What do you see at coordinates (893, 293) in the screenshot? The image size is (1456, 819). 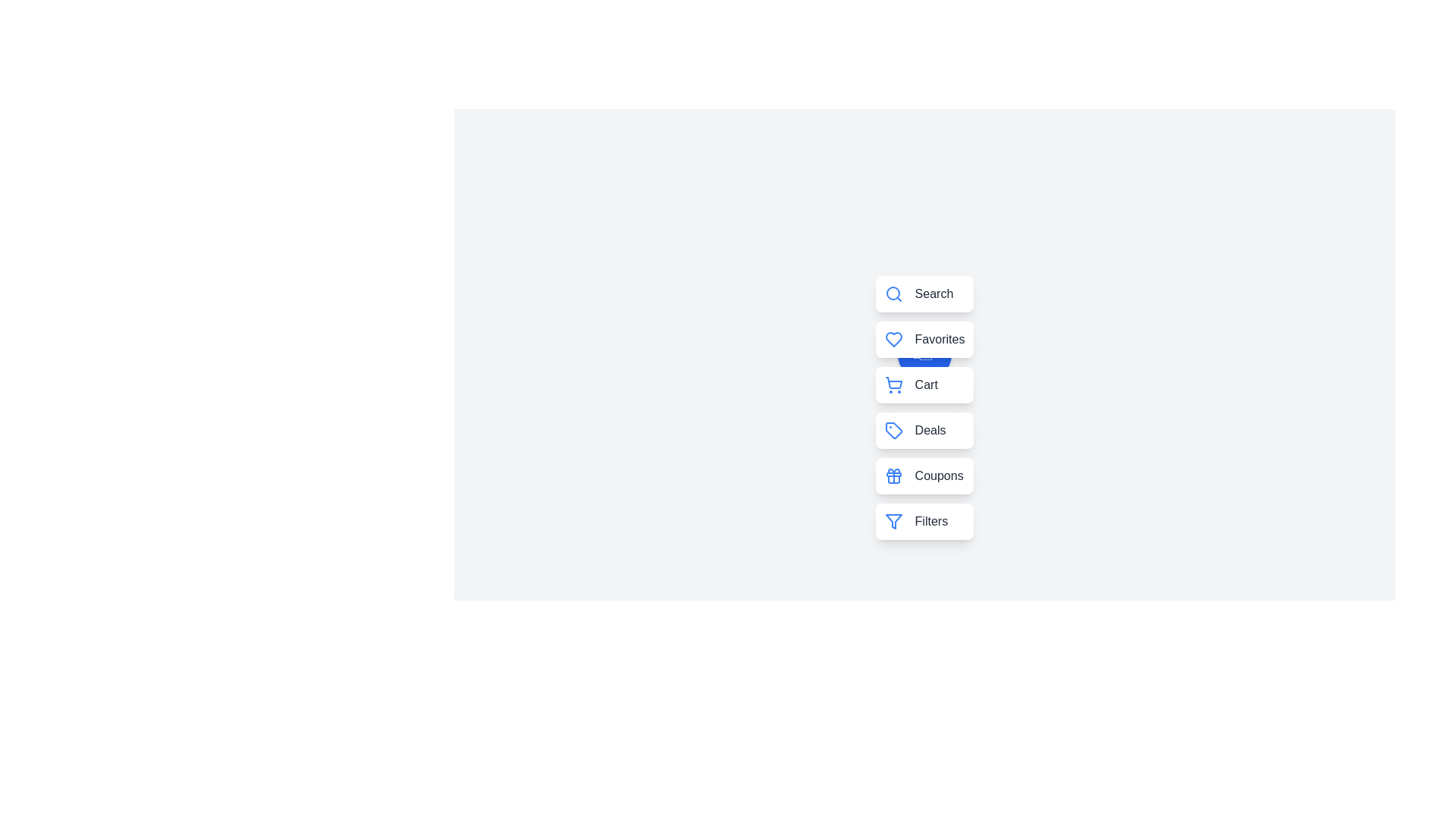 I see `the circle representing the lens of the magnifying glass icon to focus on the search functionality` at bounding box center [893, 293].